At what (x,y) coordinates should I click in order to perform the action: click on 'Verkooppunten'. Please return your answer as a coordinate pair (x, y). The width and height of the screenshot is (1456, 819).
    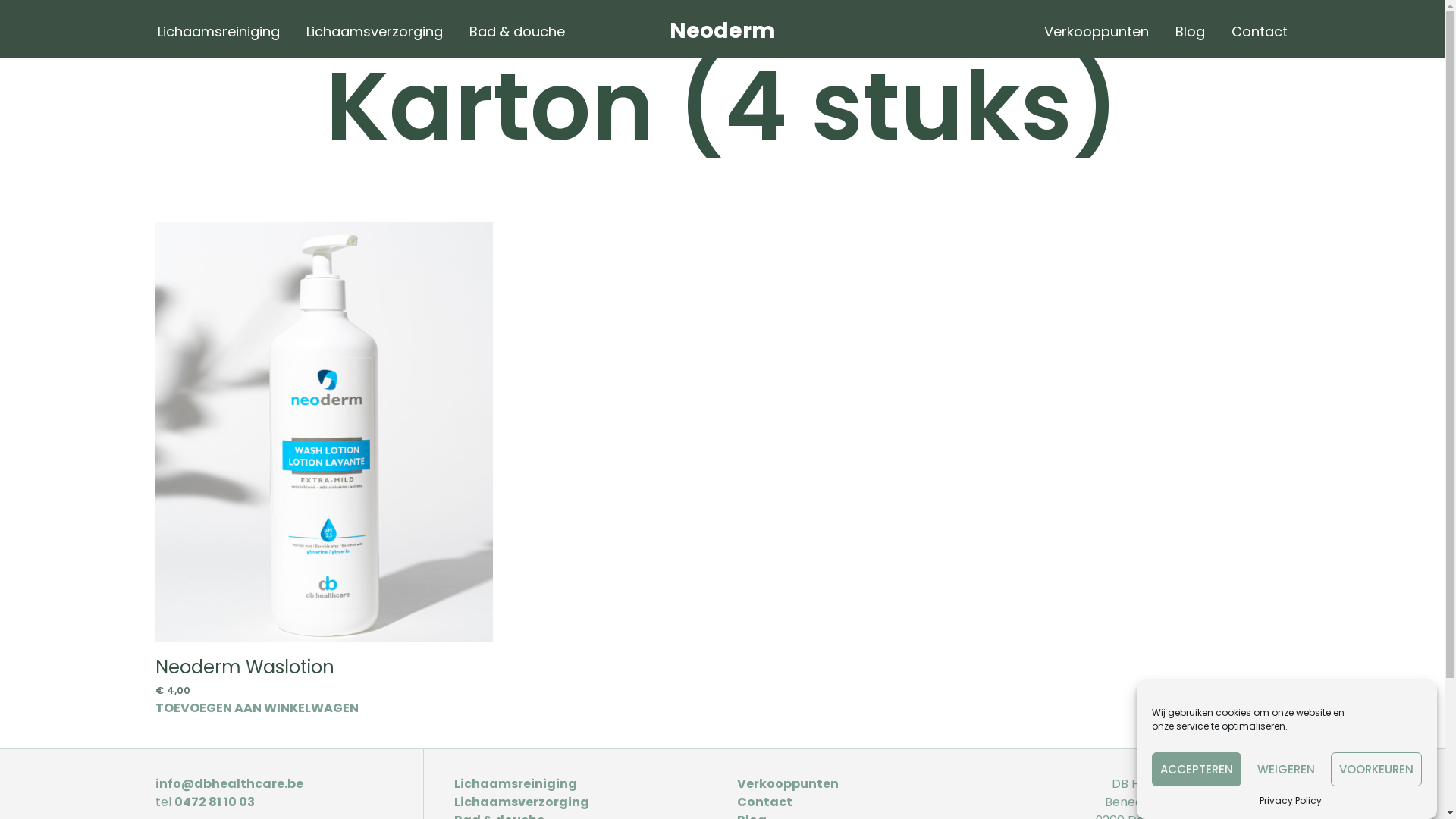
    Looking at the image, I should click on (1032, 31).